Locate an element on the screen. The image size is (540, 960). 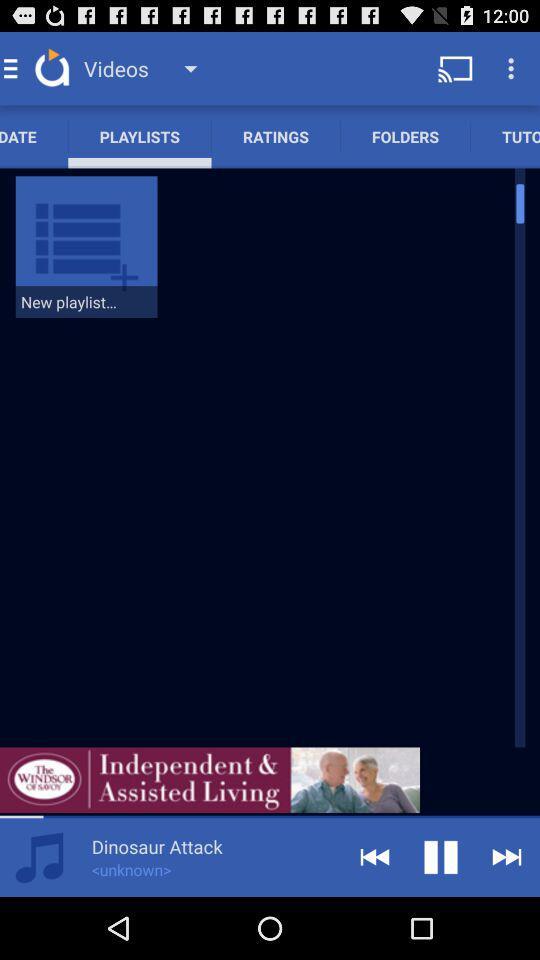
the music icon is located at coordinates (39, 917).